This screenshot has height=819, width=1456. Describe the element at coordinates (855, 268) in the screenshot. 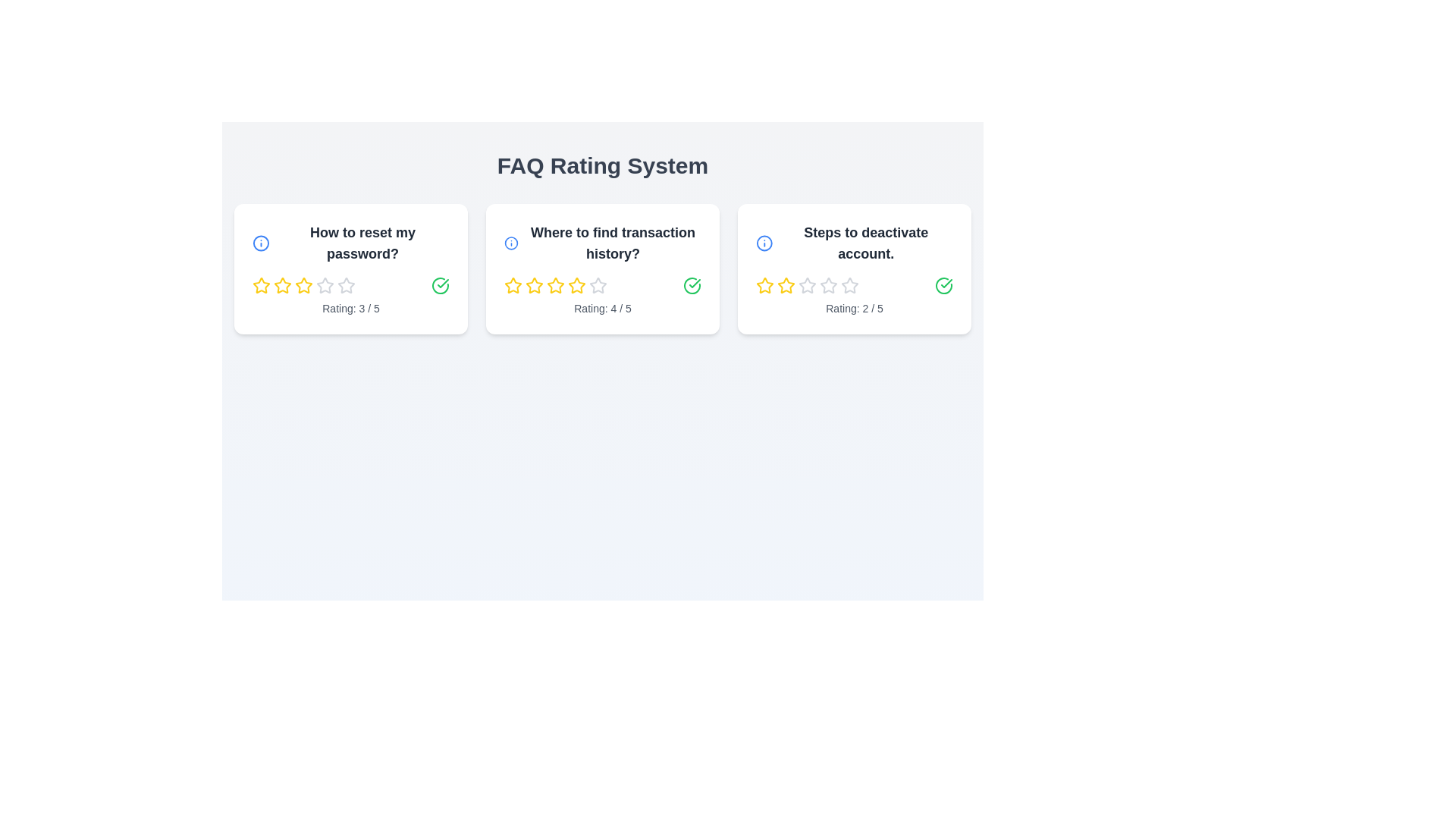

I see `the FAQ card with the question 'Steps to deactivate account.'` at that location.